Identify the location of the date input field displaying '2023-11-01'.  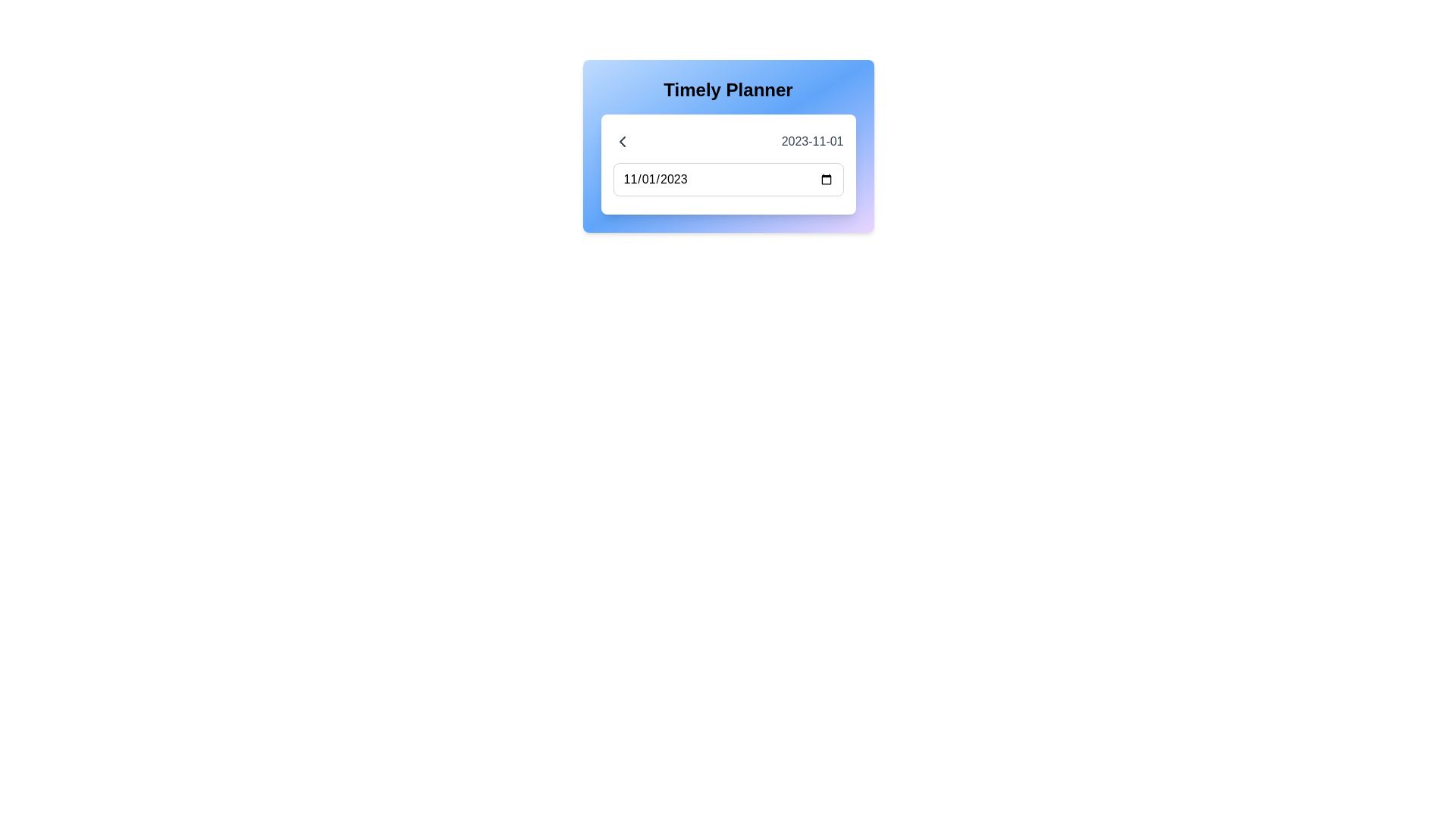
(728, 178).